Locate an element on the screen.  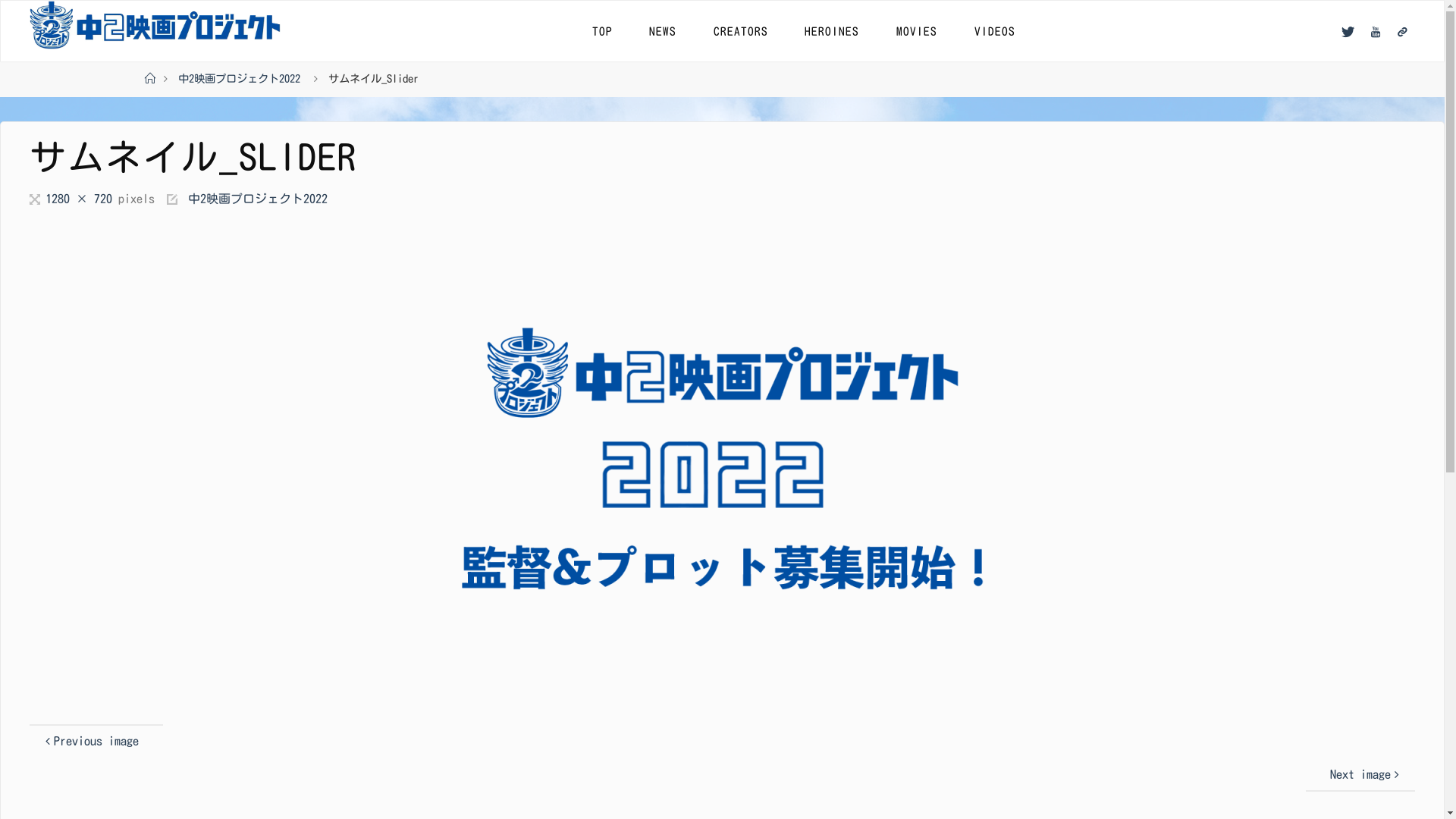
'Twitter' is located at coordinates (1348, 31).